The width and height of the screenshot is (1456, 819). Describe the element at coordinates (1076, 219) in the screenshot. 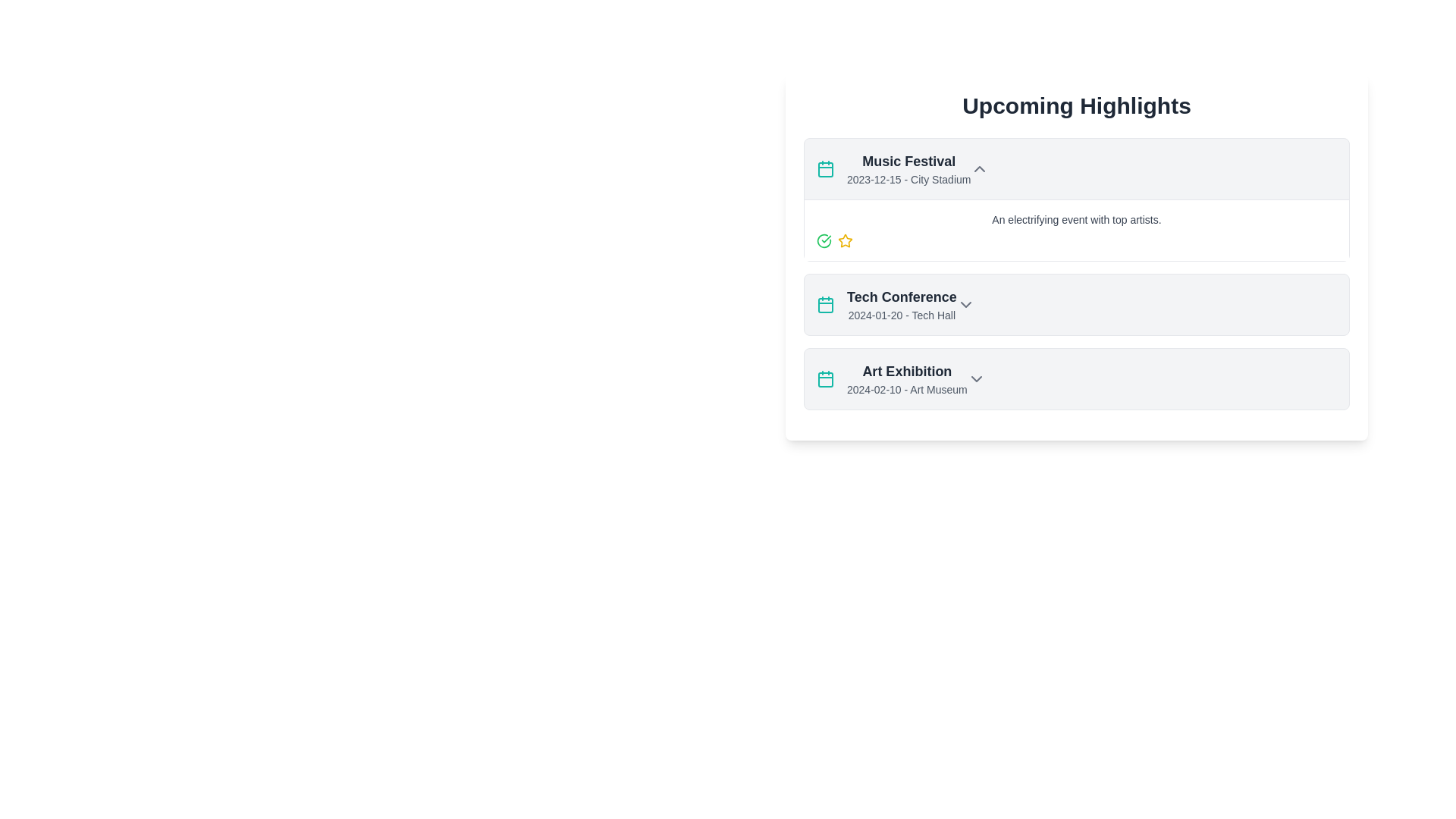

I see `the Text label that provides a brief description of the 'Music Festival' event, positioned beneath its title` at that location.